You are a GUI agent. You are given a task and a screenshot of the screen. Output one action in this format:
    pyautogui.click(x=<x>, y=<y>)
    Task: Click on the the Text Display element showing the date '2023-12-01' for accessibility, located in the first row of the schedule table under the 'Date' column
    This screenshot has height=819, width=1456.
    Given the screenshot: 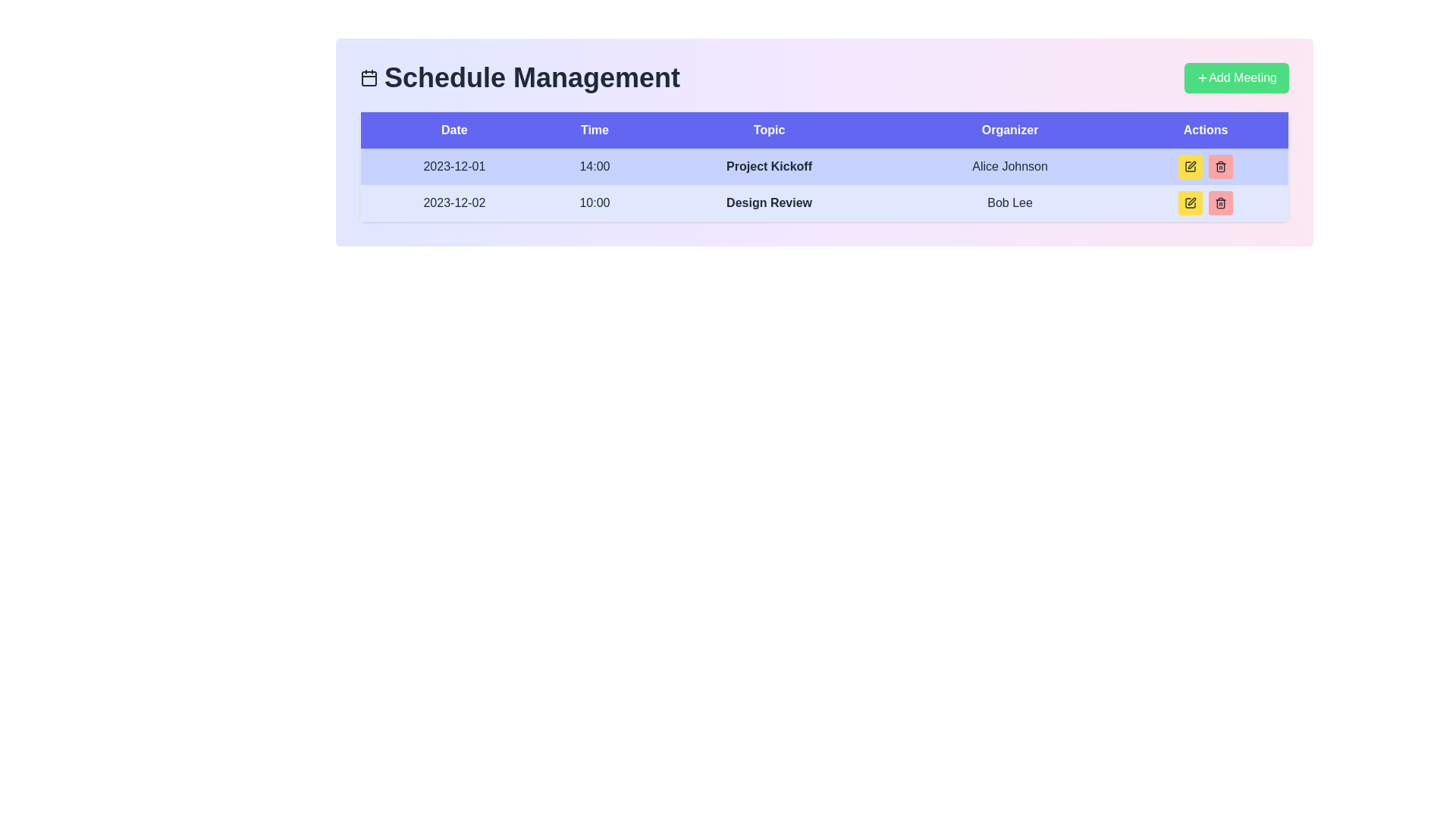 What is the action you would take?
    pyautogui.click(x=453, y=166)
    